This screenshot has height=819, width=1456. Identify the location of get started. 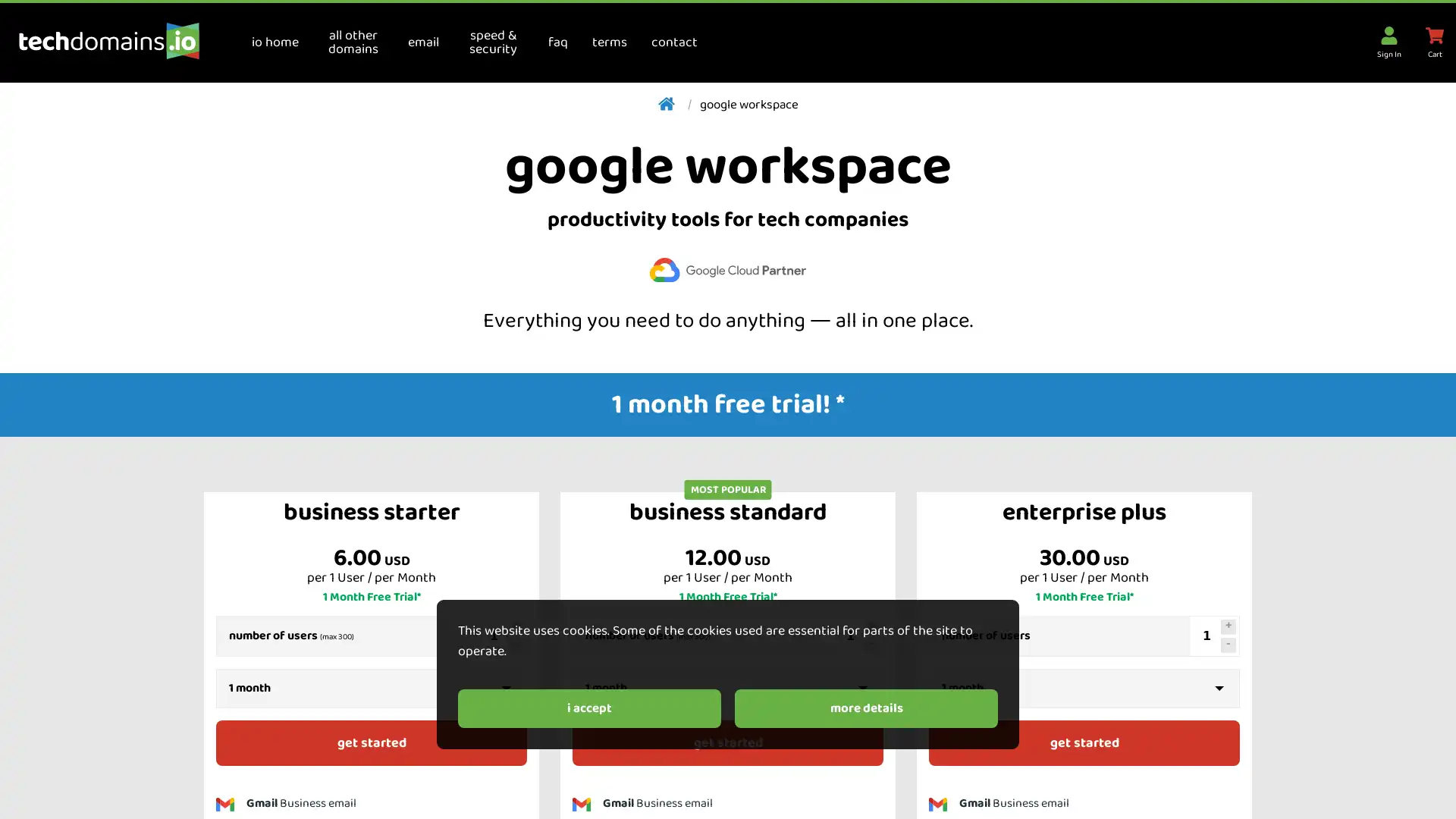
(726, 742).